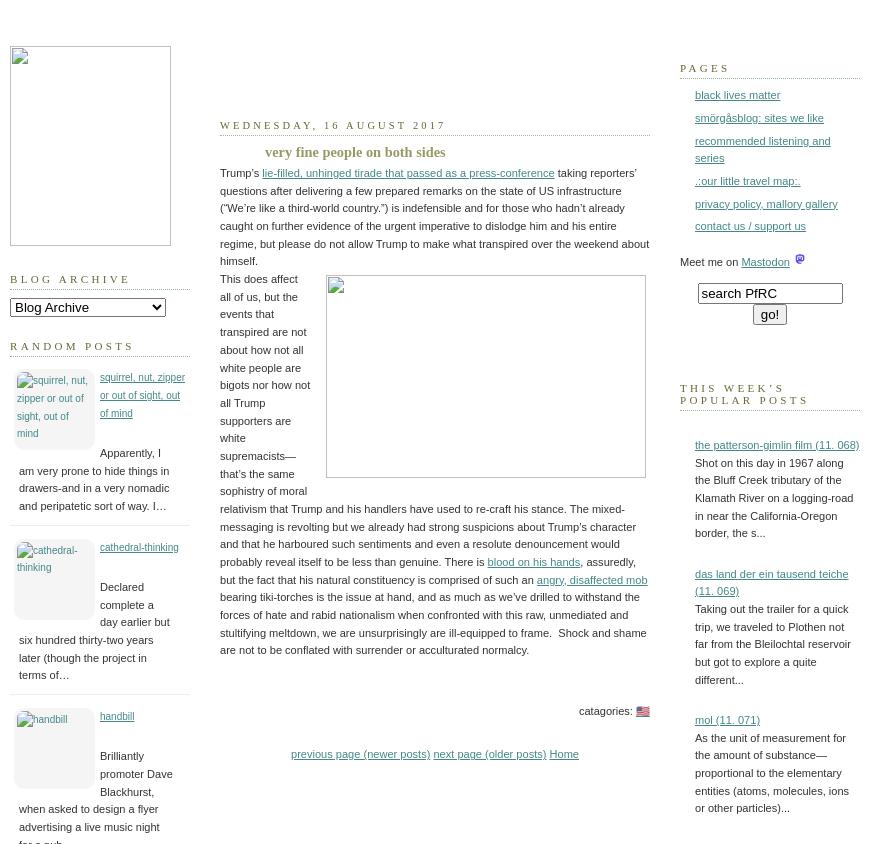 The image size is (890, 844). Describe the element at coordinates (70, 278) in the screenshot. I see `'Blog Archive'` at that location.